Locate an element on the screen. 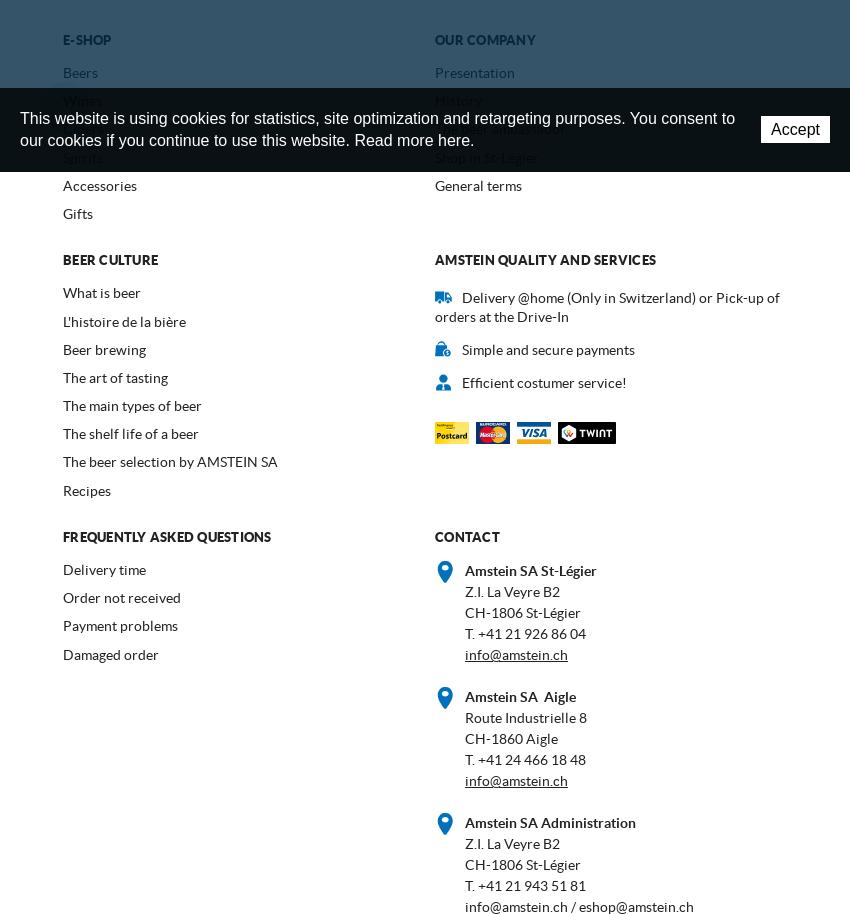  'CH-1860 Aigle' is located at coordinates (464, 738).